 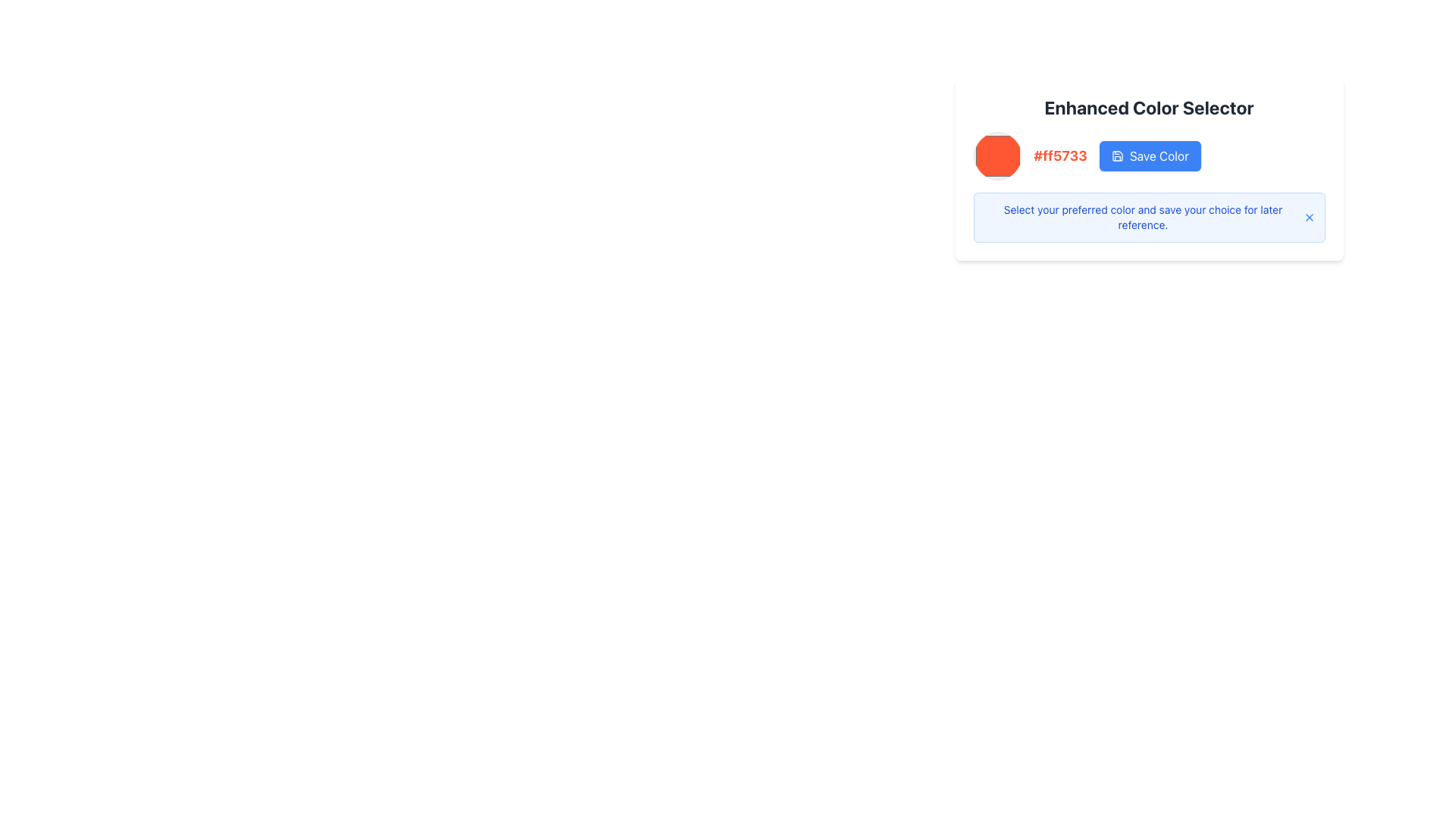 What do you see at coordinates (1059, 155) in the screenshot?
I see `the text label displaying the color value '#ff5733', which is located below the circular color swatch and to the left of the 'Save Color' button in the 'Enhanced Color Selector' section` at bounding box center [1059, 155].